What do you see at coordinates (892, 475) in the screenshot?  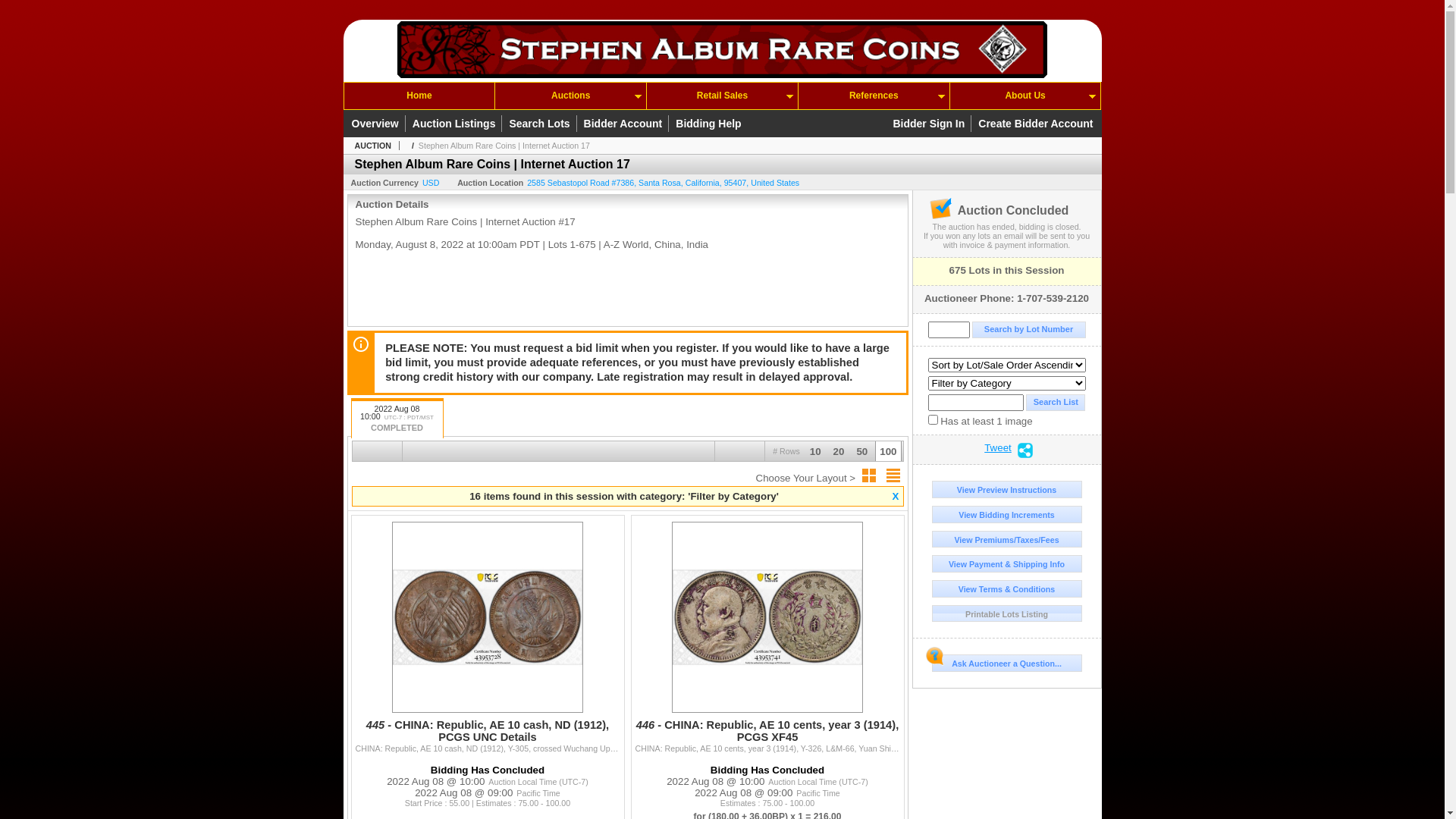 I see `'Switch to List View'` at bounding box center [892, 475].